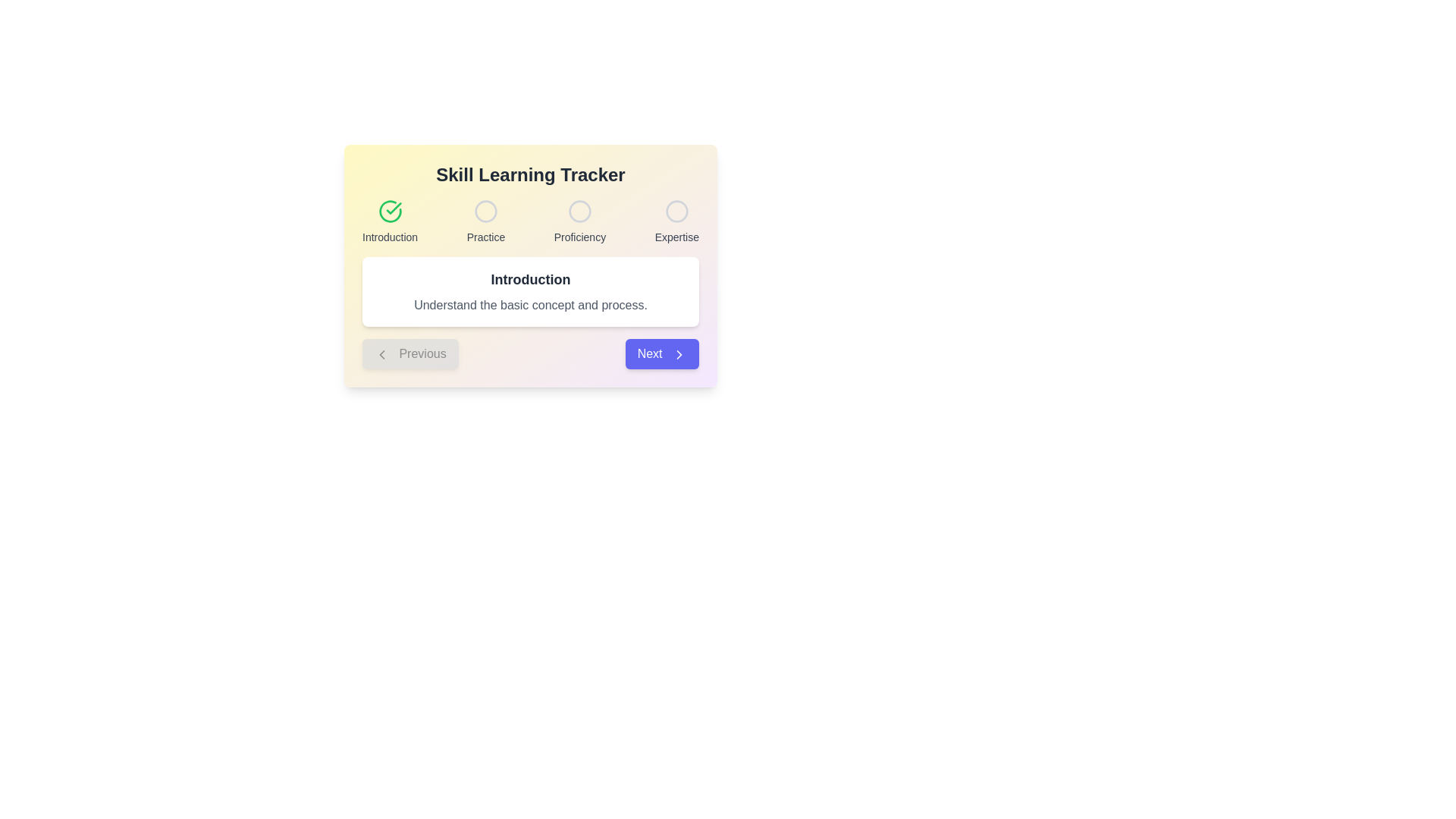 The width and height of the screenshot is (1456, 819). Describe the element at coordinates (676, 211) in the screenshot. I see `the unfilled circular icon representing the last step in the 'Skill Learning Tracker' progression, located in the top-right section of the cluster of four icons` at that location.